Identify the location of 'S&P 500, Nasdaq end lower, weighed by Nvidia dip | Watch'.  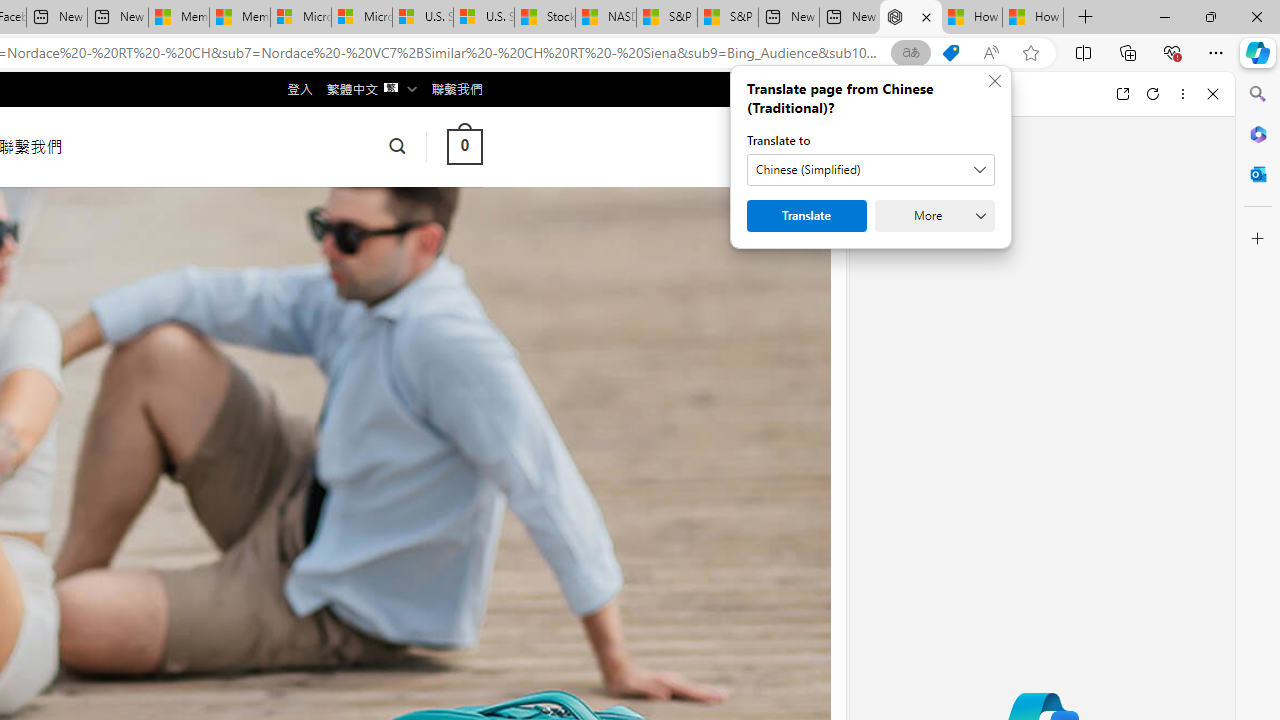
(726, 17).